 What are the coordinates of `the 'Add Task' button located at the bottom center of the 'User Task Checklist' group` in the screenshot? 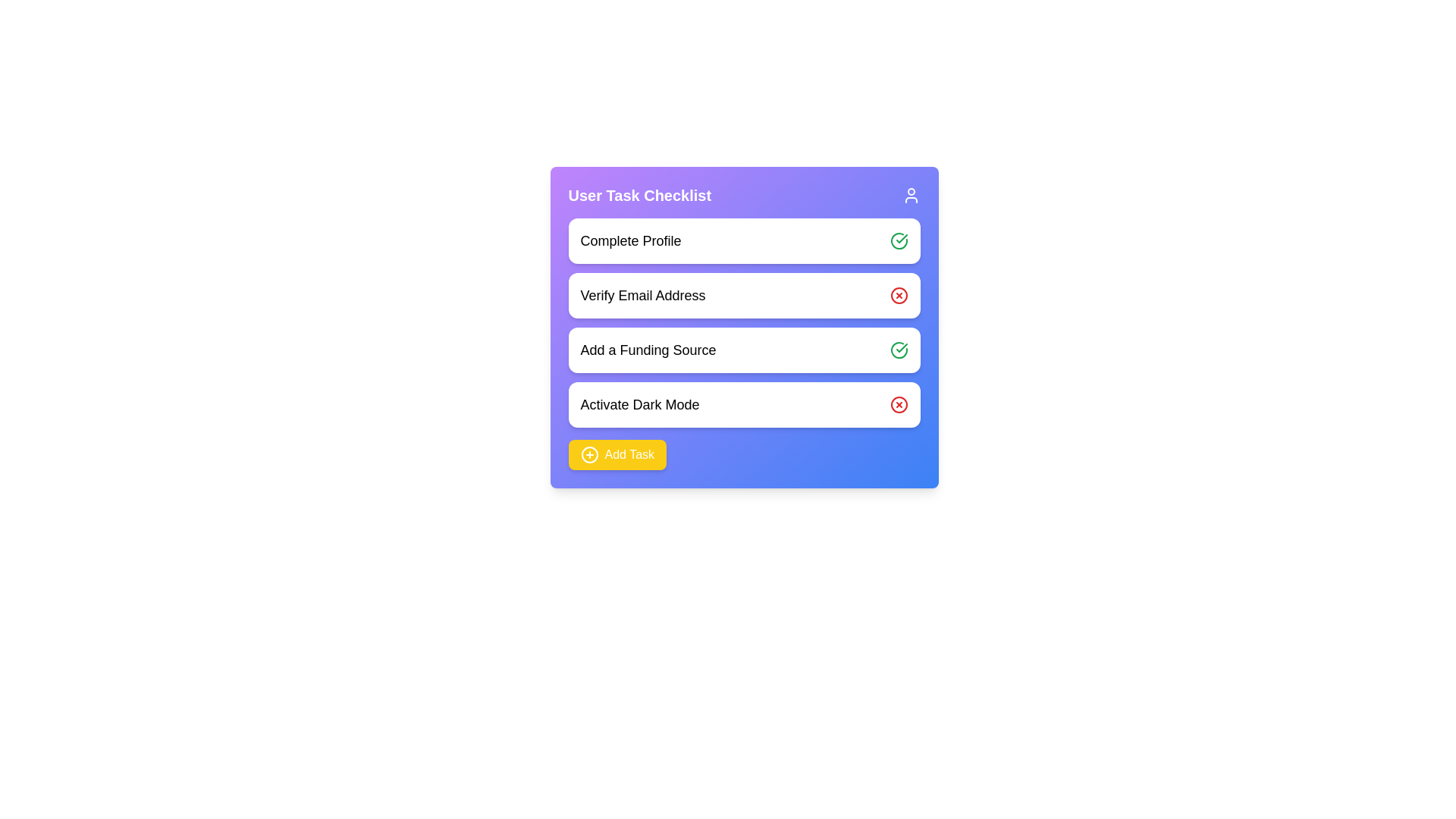 It's located at (617, 454).